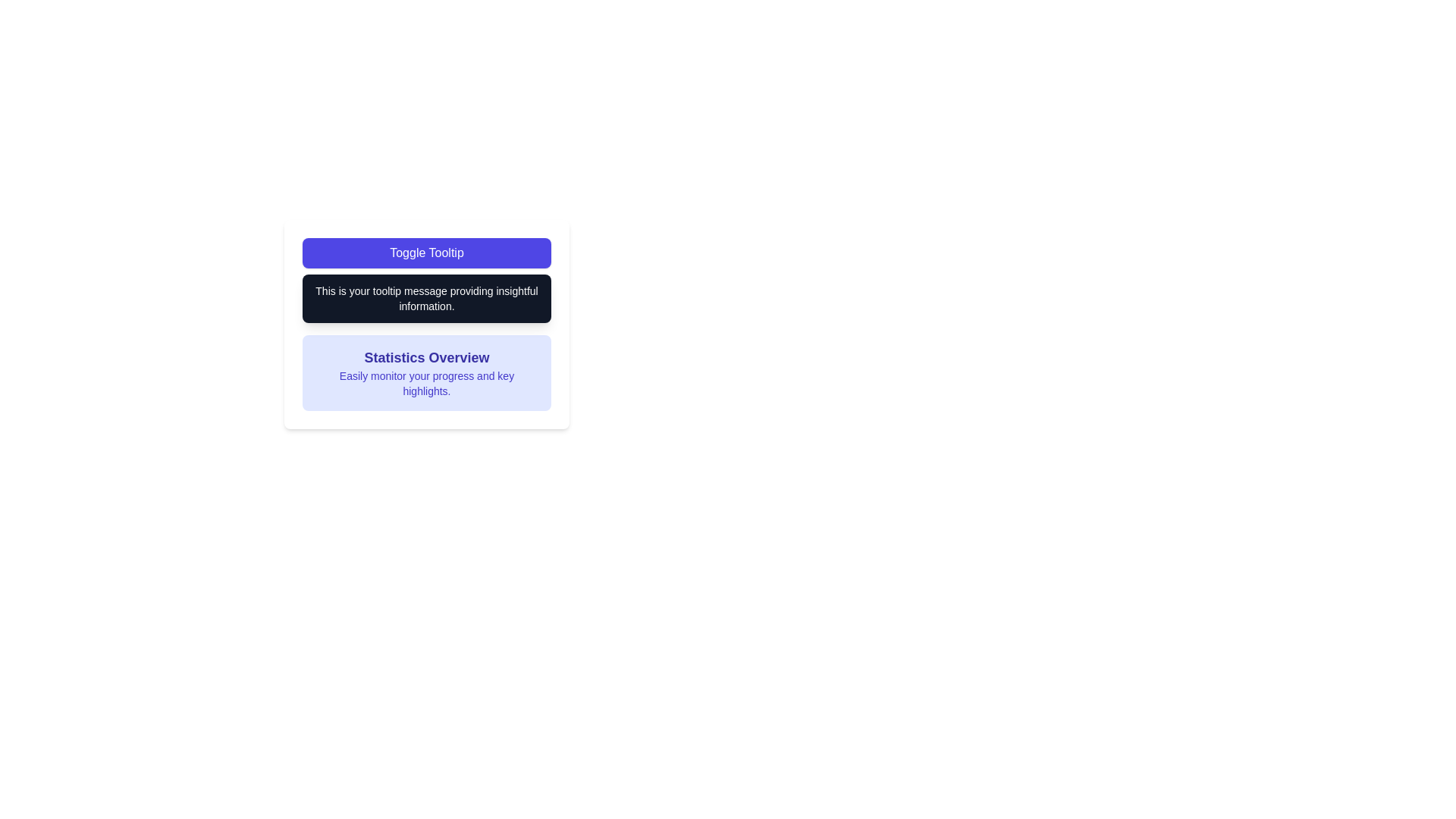 The image size is (1456, 819). What do you see at coordinates (309, 301) in the screenshot?
I see `the icon located near the top left of the tooltip message indicating additional information or guidance` at bounding box center [309, 301].